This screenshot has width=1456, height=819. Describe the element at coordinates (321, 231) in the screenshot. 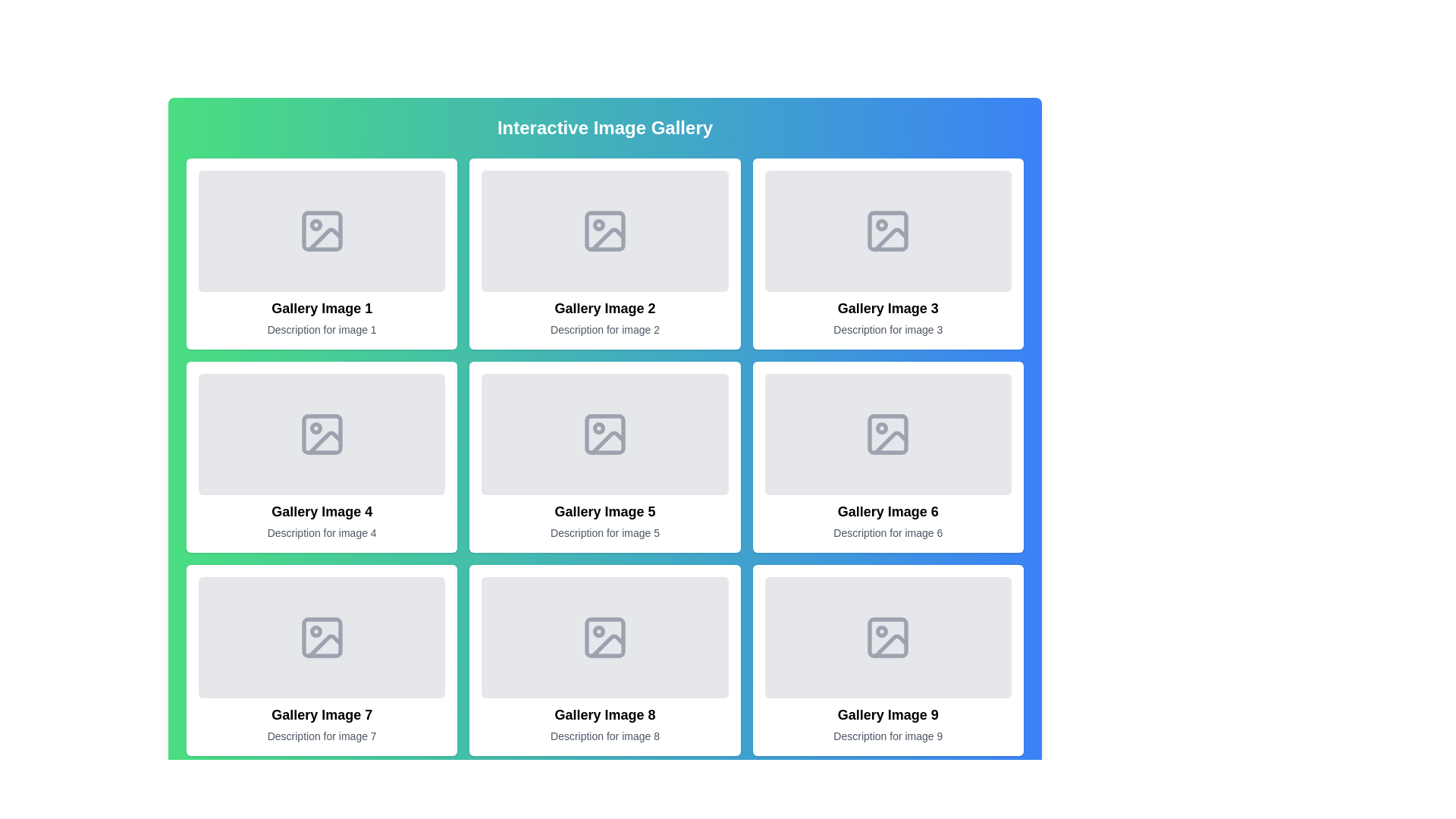

I see `the rectangular placeholder for 'Gallery Image 1' located` at that location.